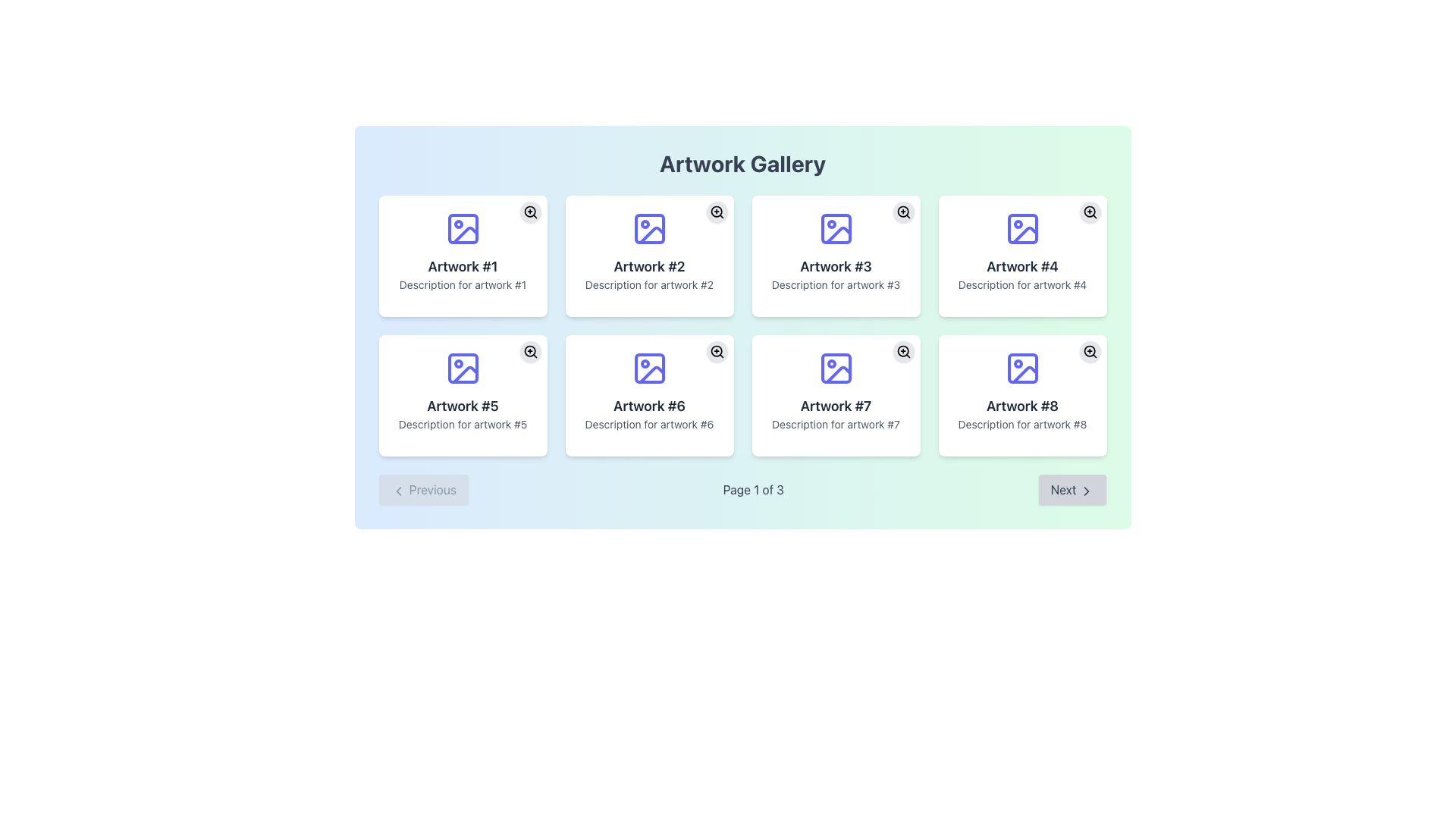  I want to click on the indigo framed image icon located centrally above the text 'Artwork #6' in the sixth card of the grid layout, so click(649, 369).